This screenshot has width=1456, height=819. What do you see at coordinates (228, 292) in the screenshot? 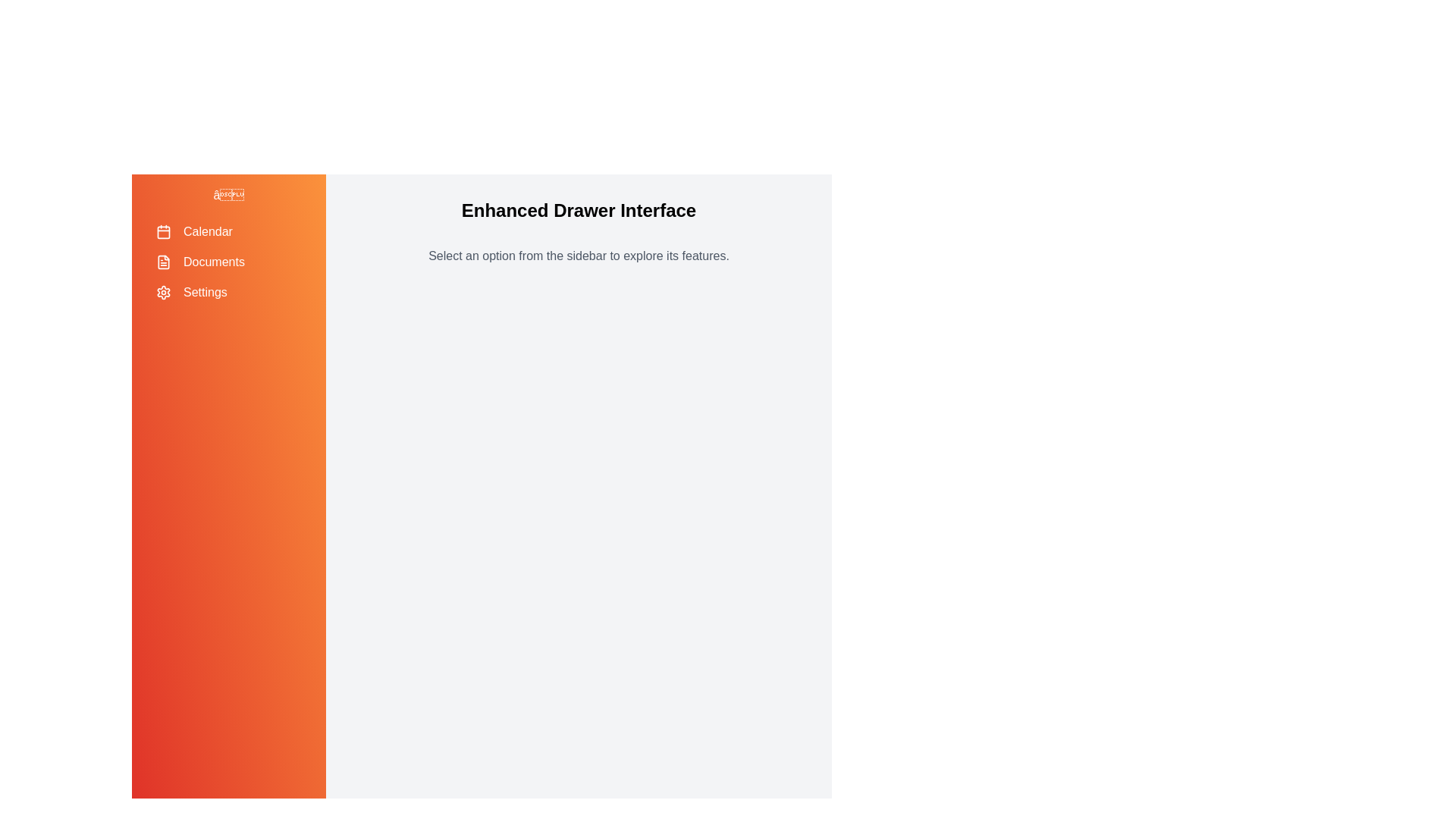
I see `the menu item Settings to navigate` at bounding box center [228, 292].